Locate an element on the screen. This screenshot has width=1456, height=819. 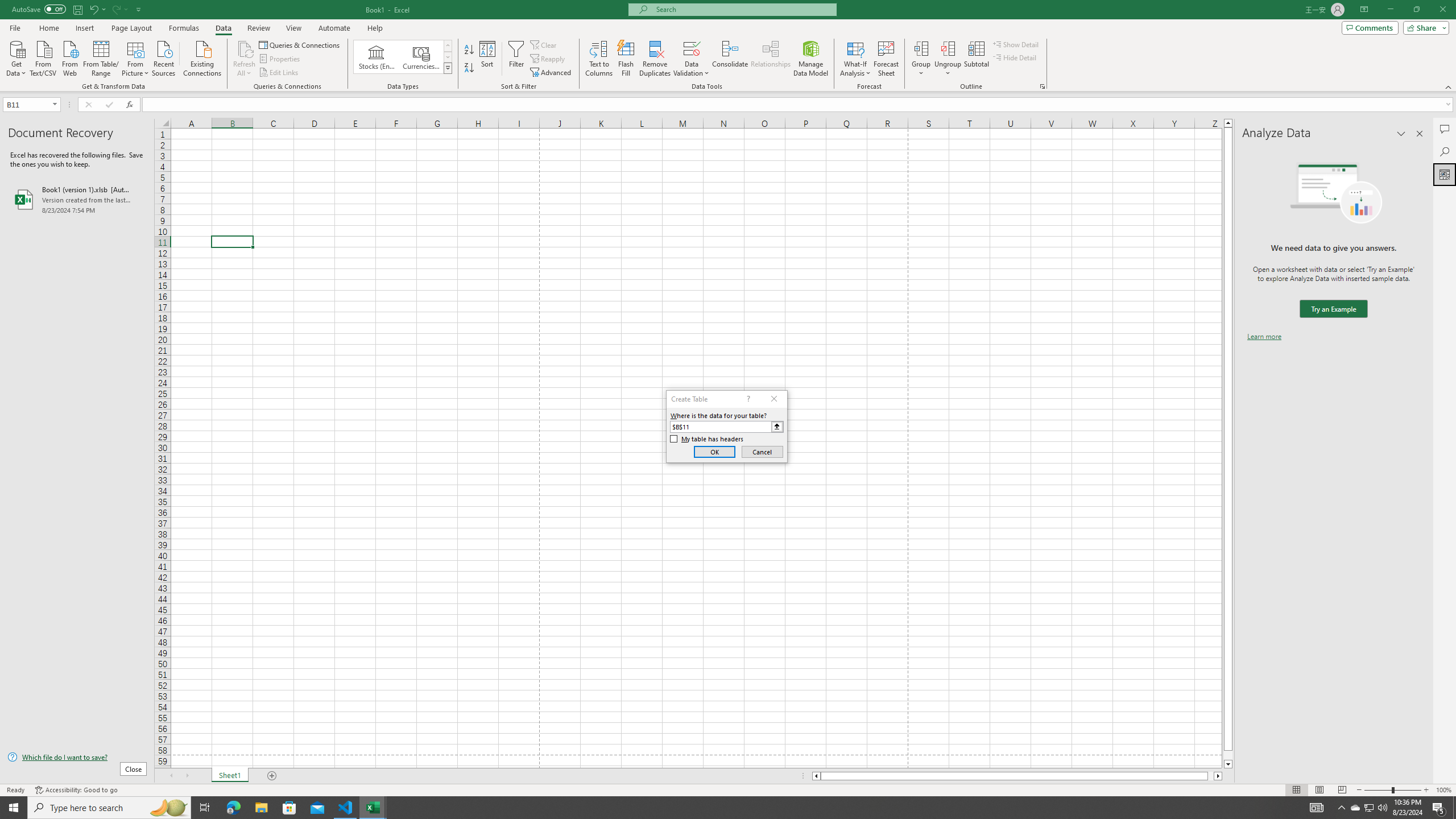
'Filter' is located at coordinates (515, 59).